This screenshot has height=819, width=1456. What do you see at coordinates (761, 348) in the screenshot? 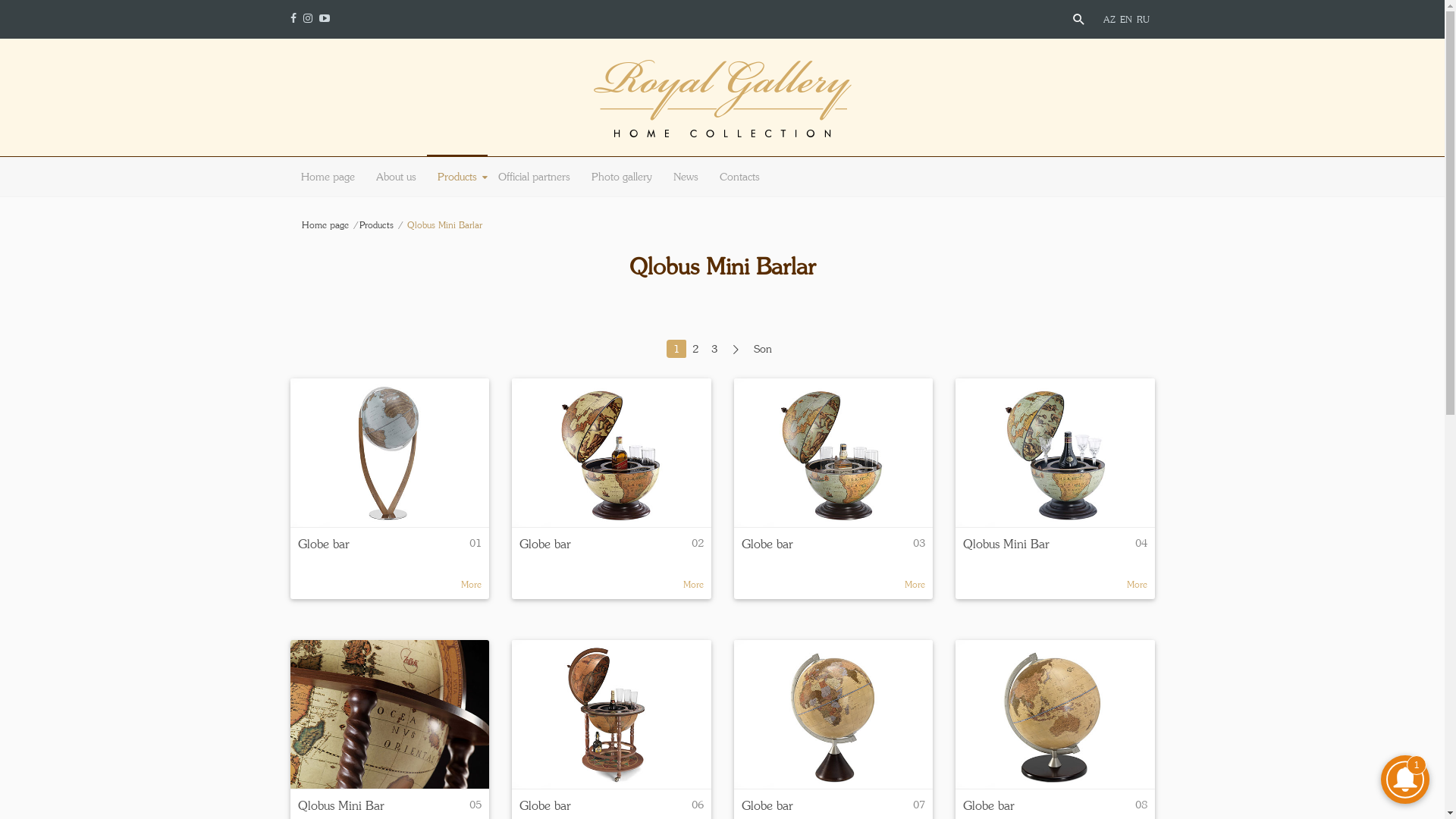
I see `'Son'` at bounding box center [761, 348].